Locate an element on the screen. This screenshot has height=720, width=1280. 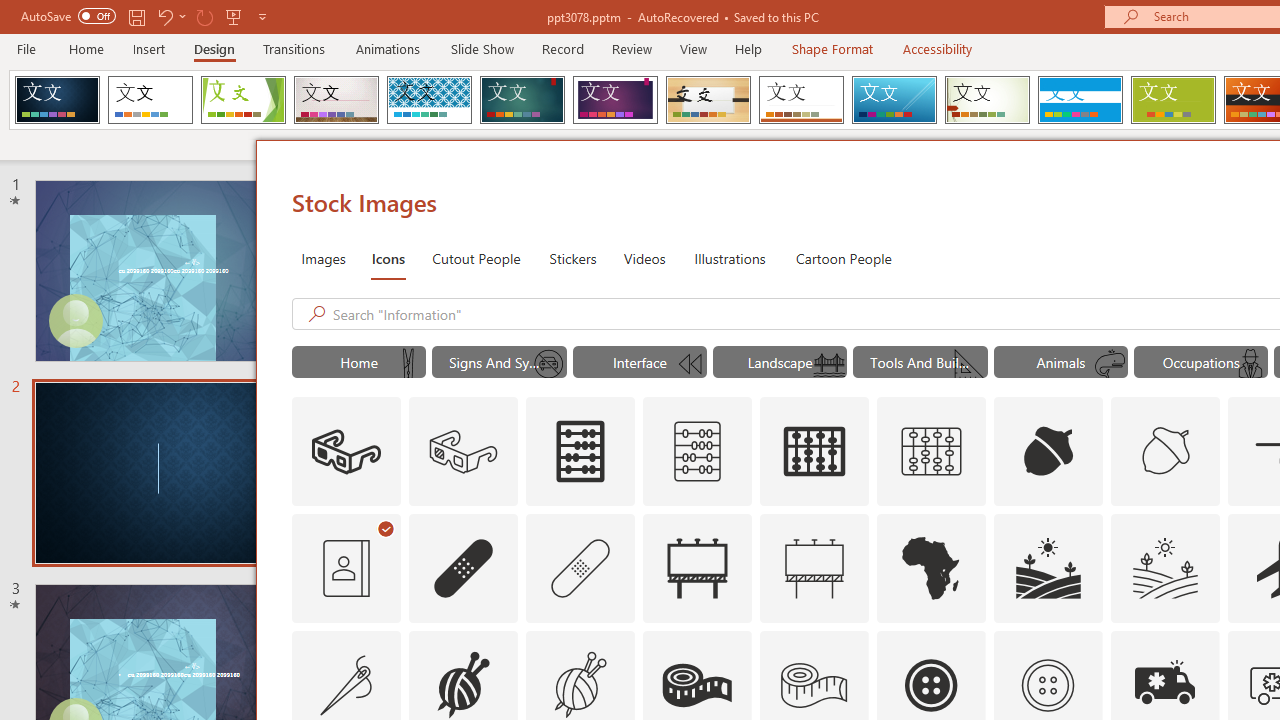
'AutomationID: Icons_AdhesiveBandage' is located at coordinates (463, 568).